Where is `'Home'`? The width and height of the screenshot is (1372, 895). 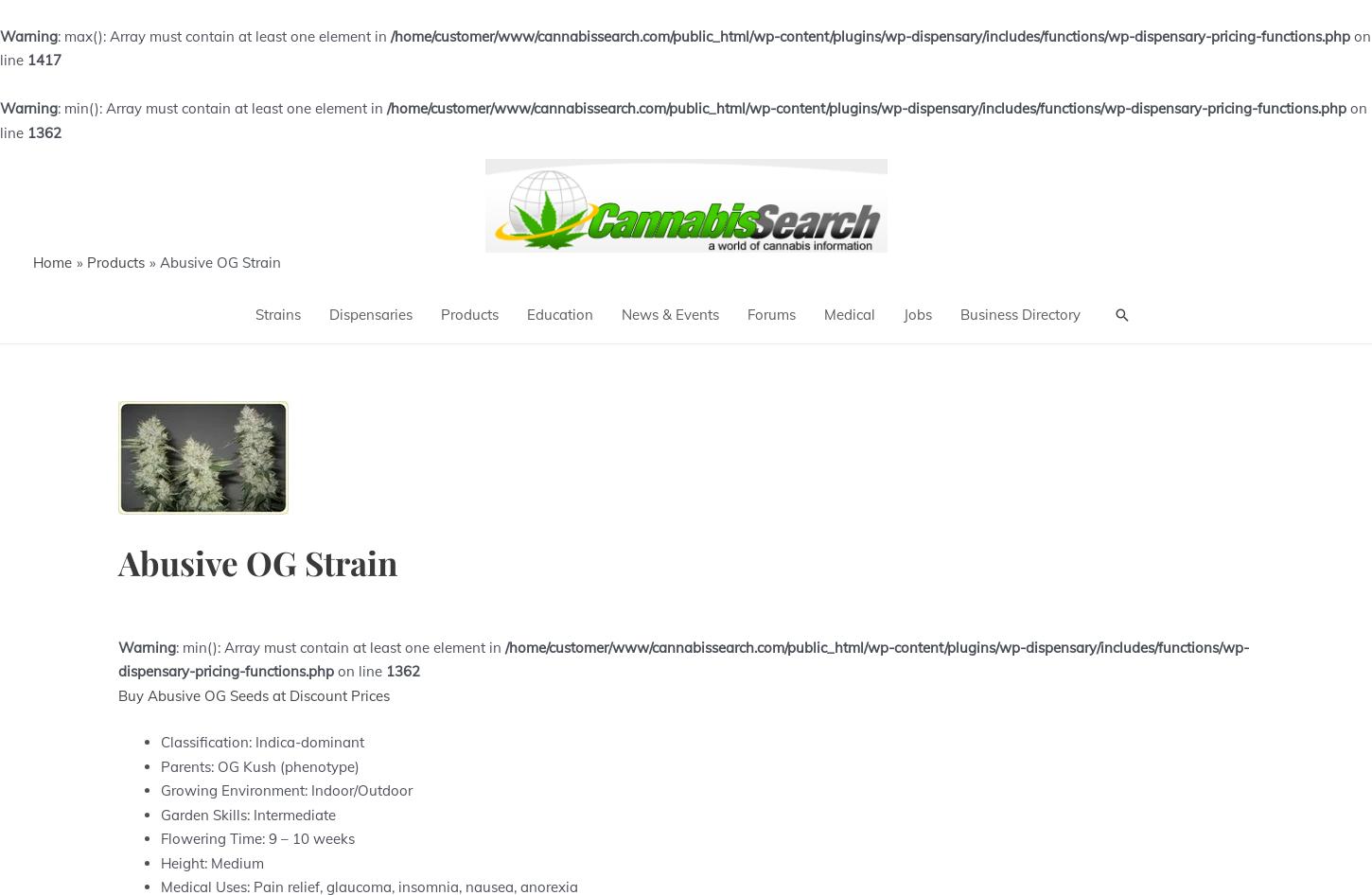
'Home' is located at coordinates (32, 261).